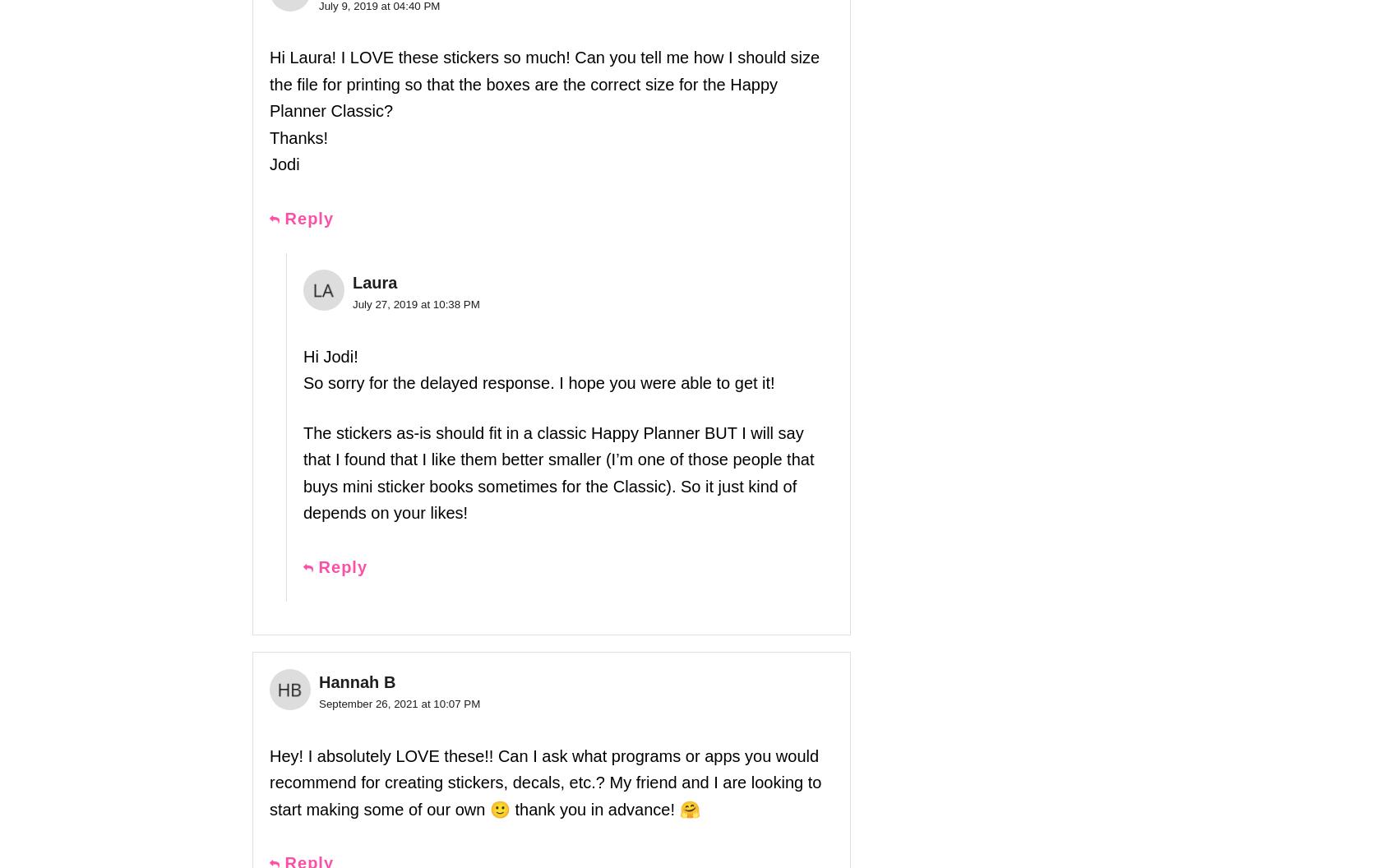  I want to click on 'Jodi', so click(269, 164).